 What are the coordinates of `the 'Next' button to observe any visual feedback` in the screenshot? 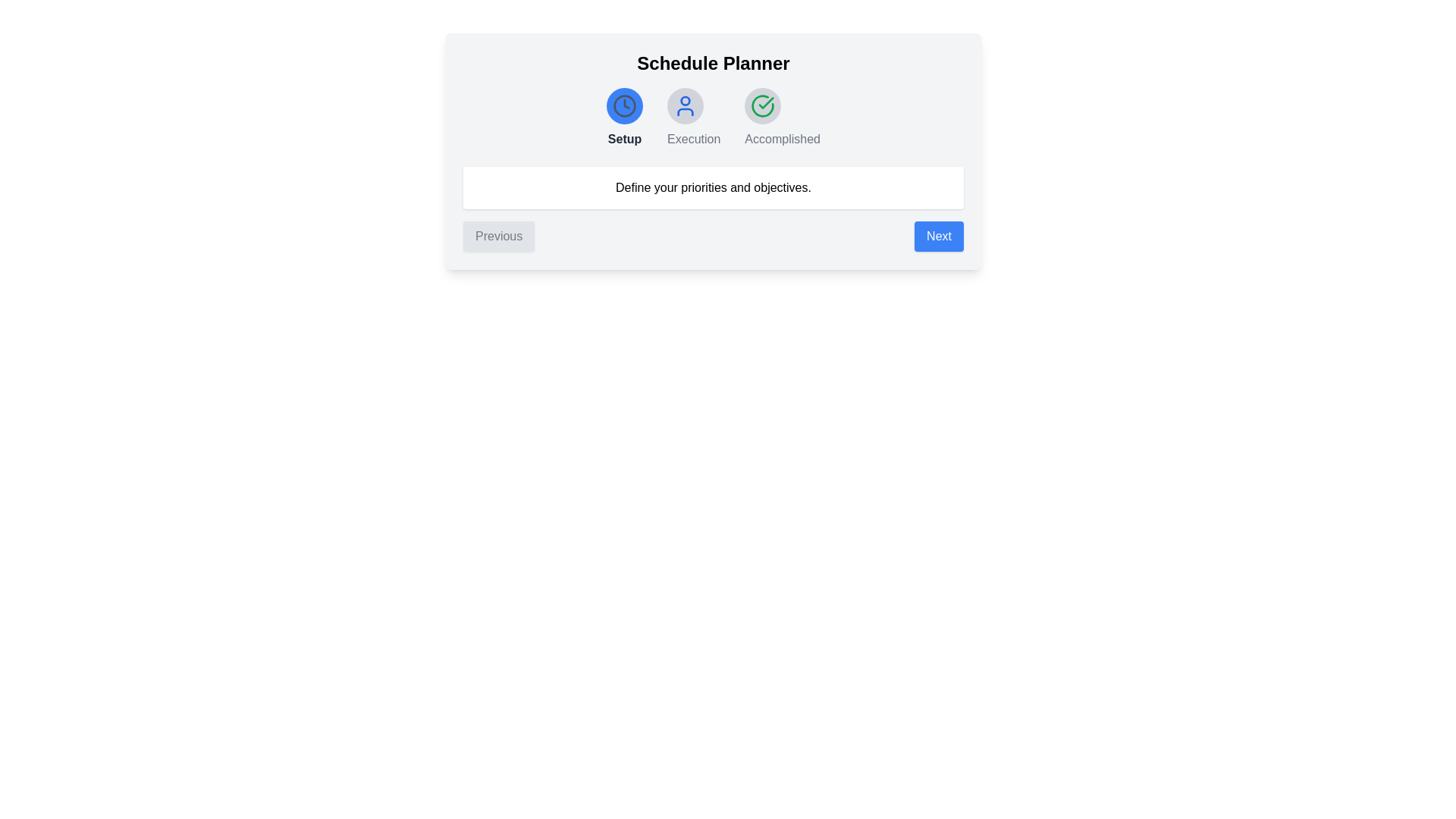 It's located at (938, 237).